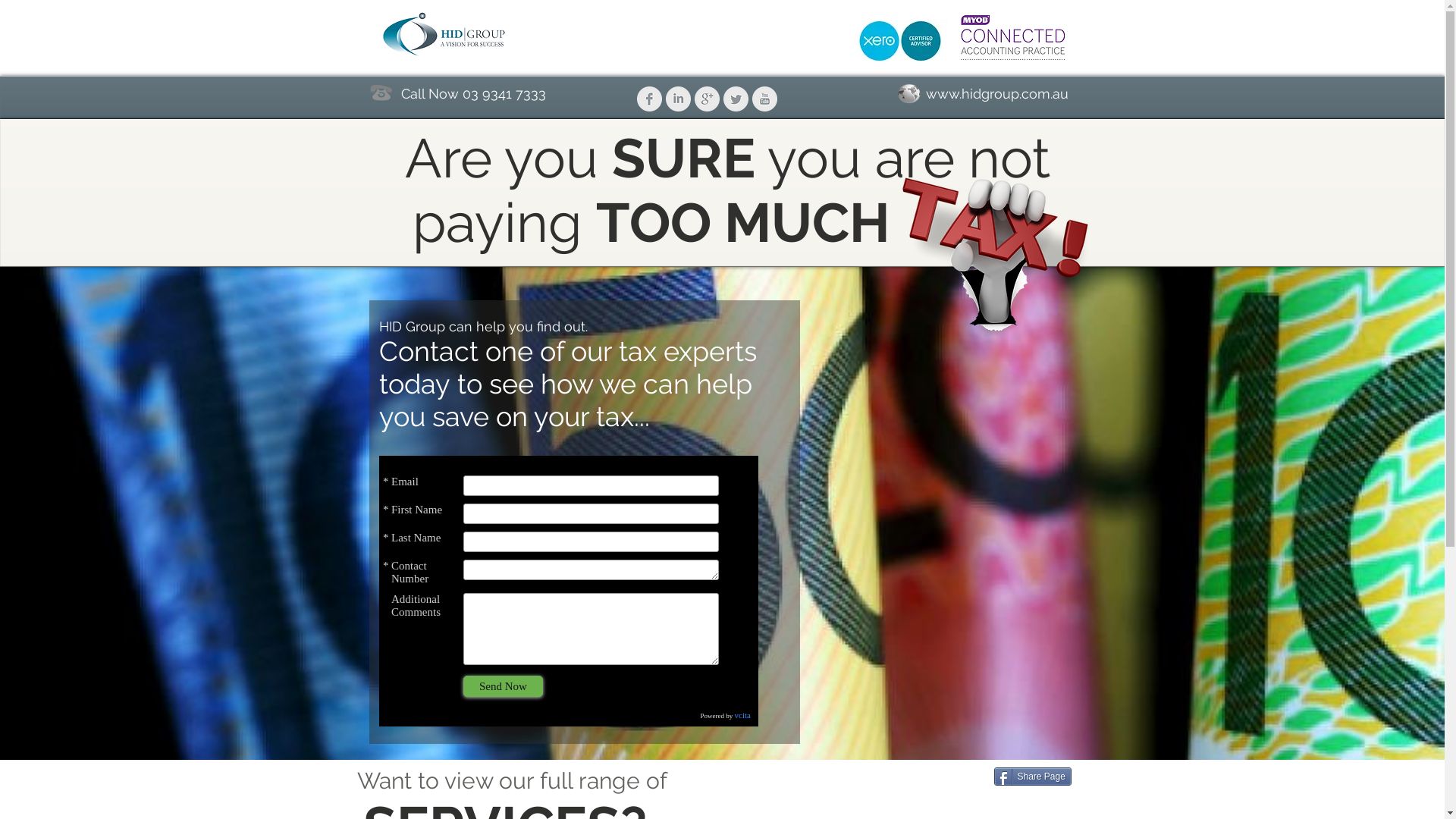  Describe the element at coordinates (444, 34) in the screenshot. I see `'HID-Logo-Landscape Lge.png'` at that location.